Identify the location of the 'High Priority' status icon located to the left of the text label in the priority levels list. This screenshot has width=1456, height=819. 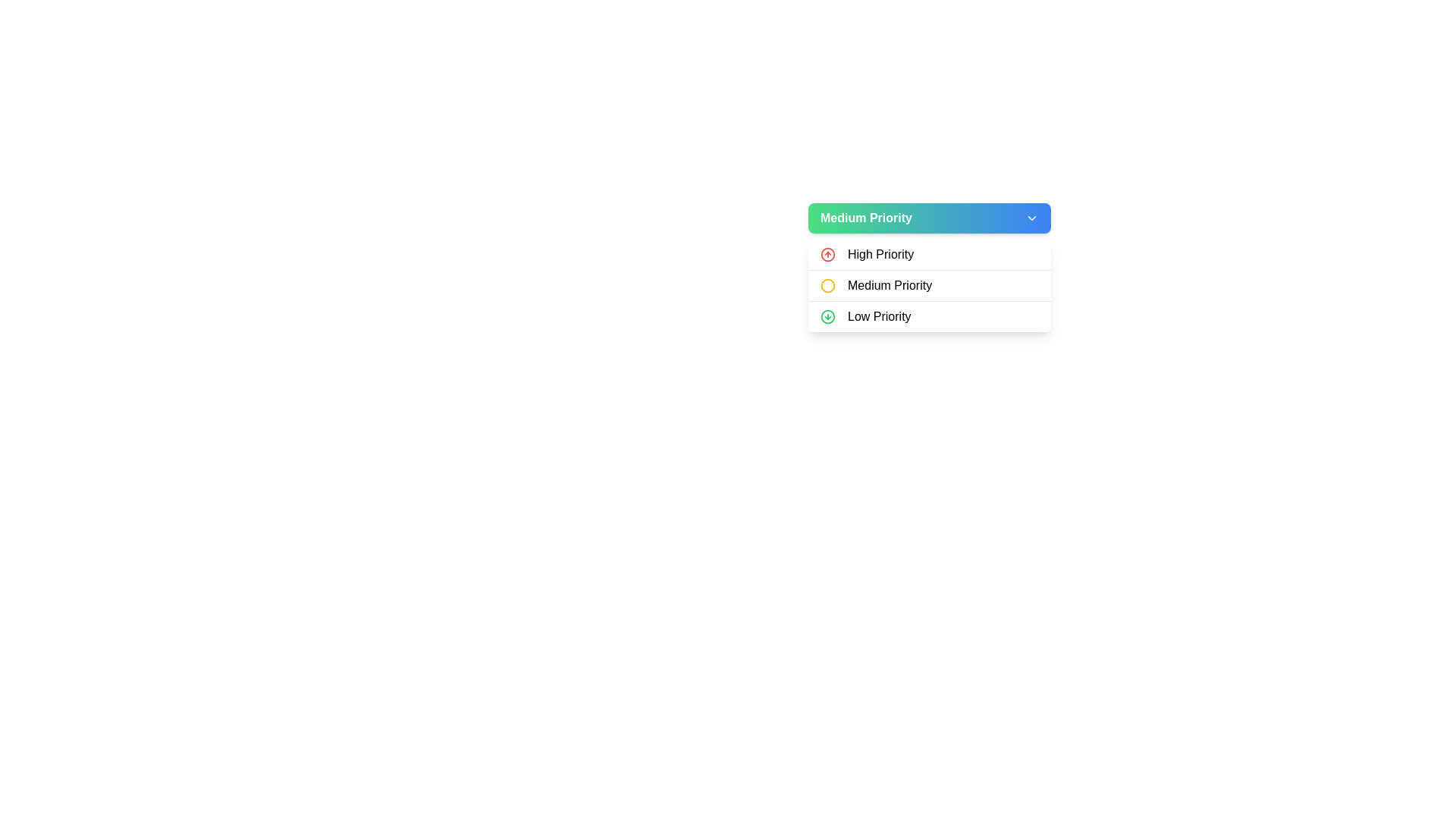
(827, 253).